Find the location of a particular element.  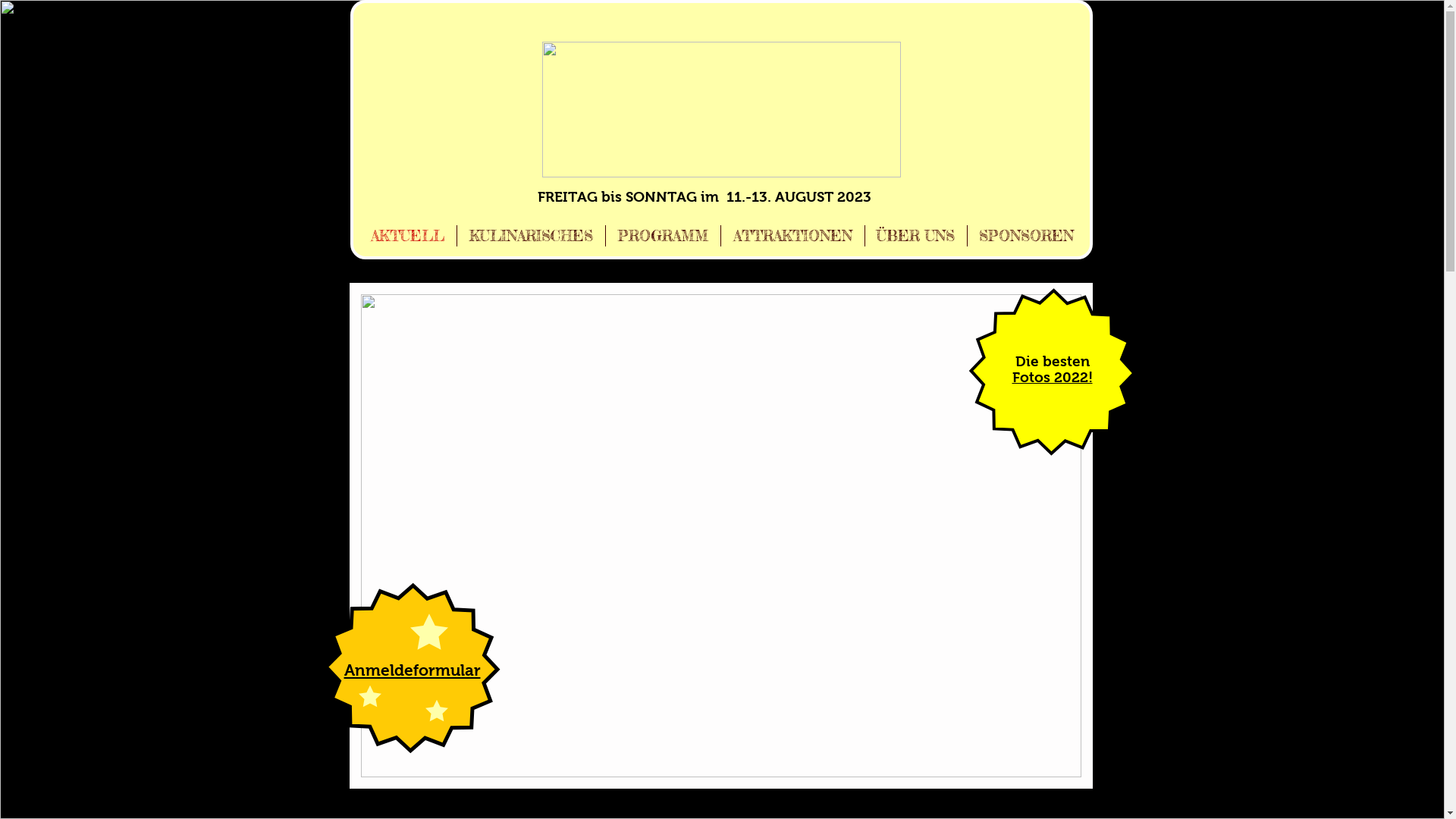

'Anmeldeformular' is located at coordinates (412, 669).